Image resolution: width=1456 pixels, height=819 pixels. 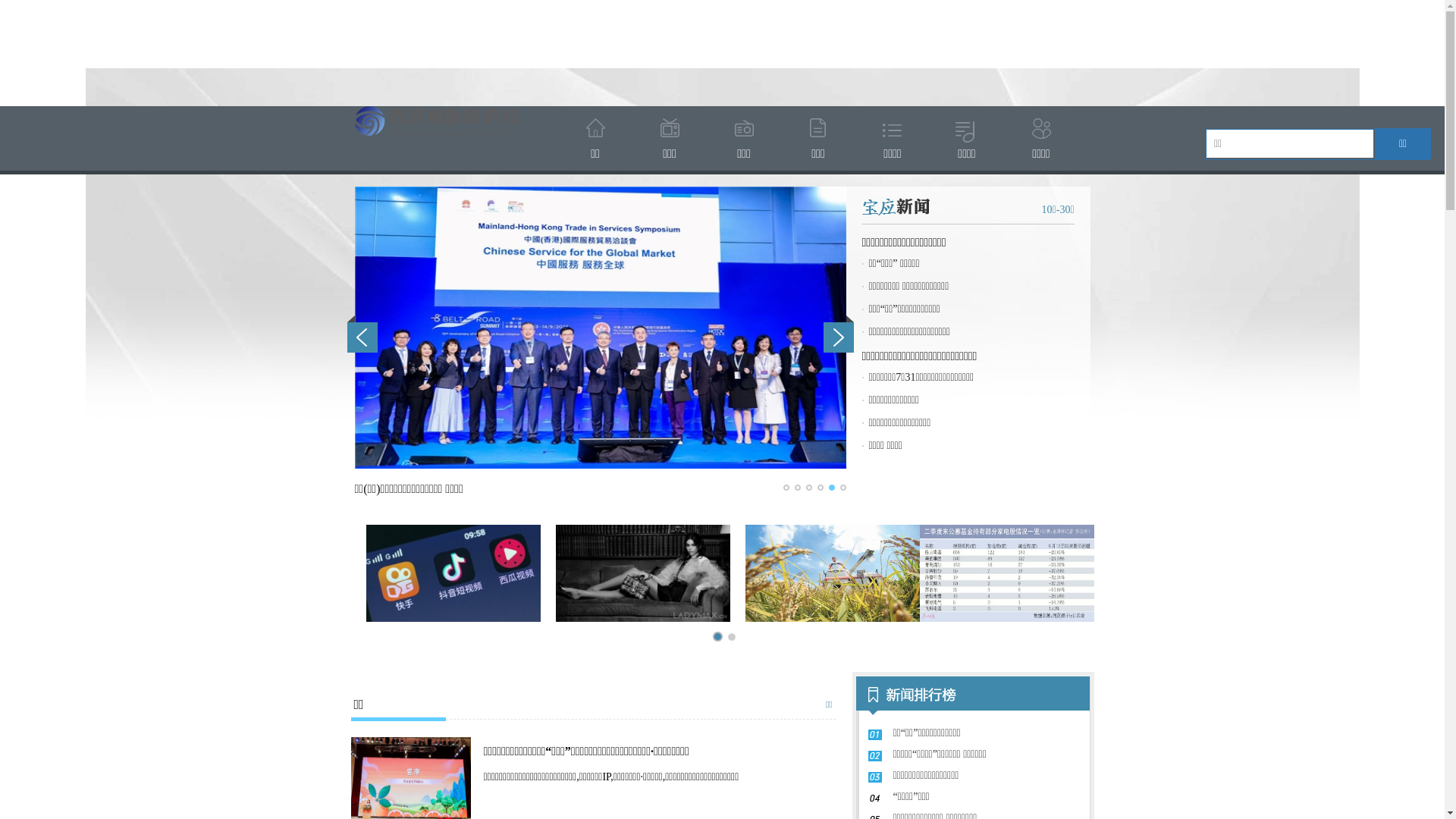 What do you see at coordinates (830, 488) in the screenshot?
I see `'5'` at bounding box center [830, 488].